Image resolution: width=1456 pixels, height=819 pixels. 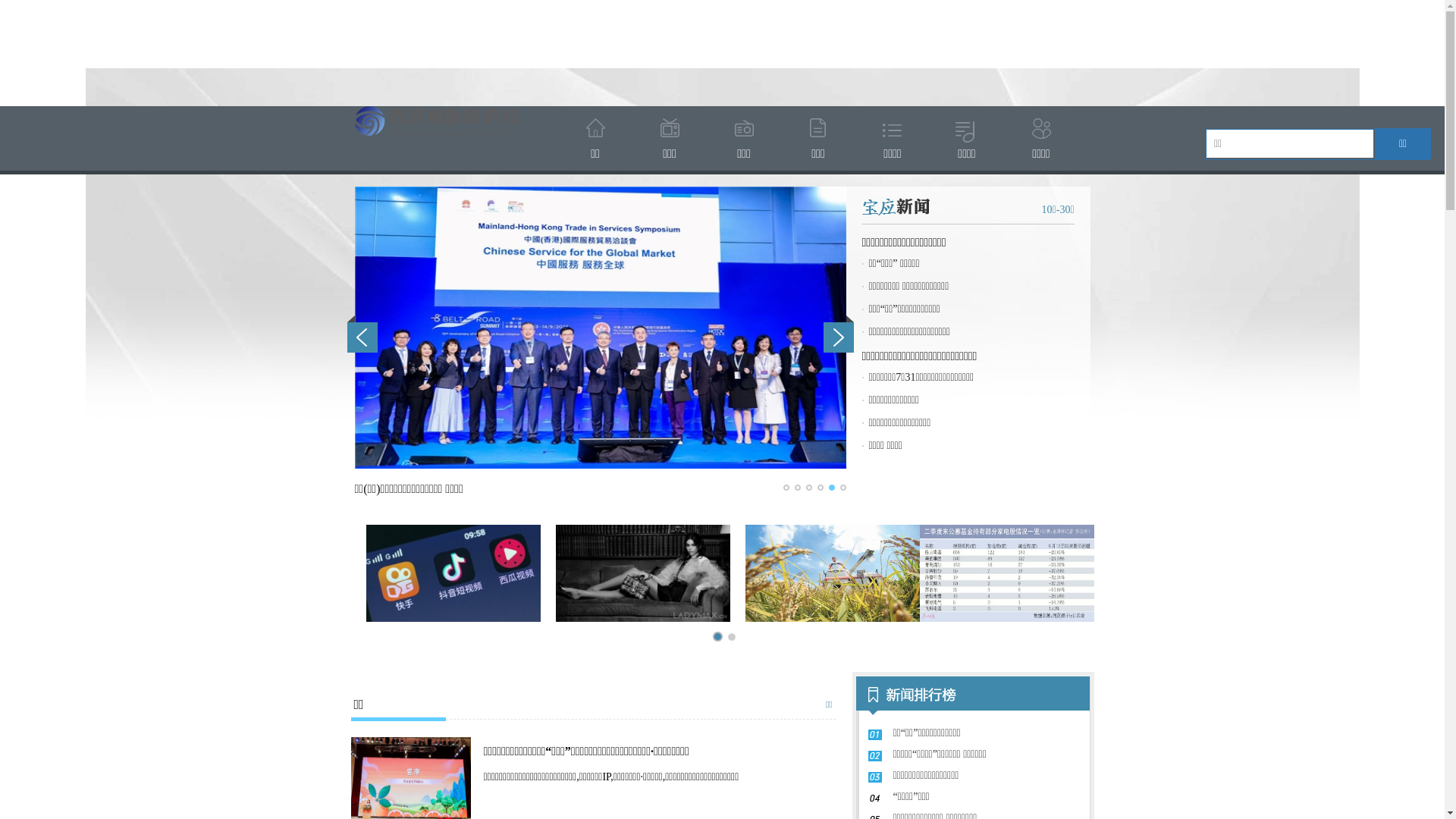 What do you see at coordinates (830, 488) in the screenshot?
I see `'5'` at bounding box center [830, 488].